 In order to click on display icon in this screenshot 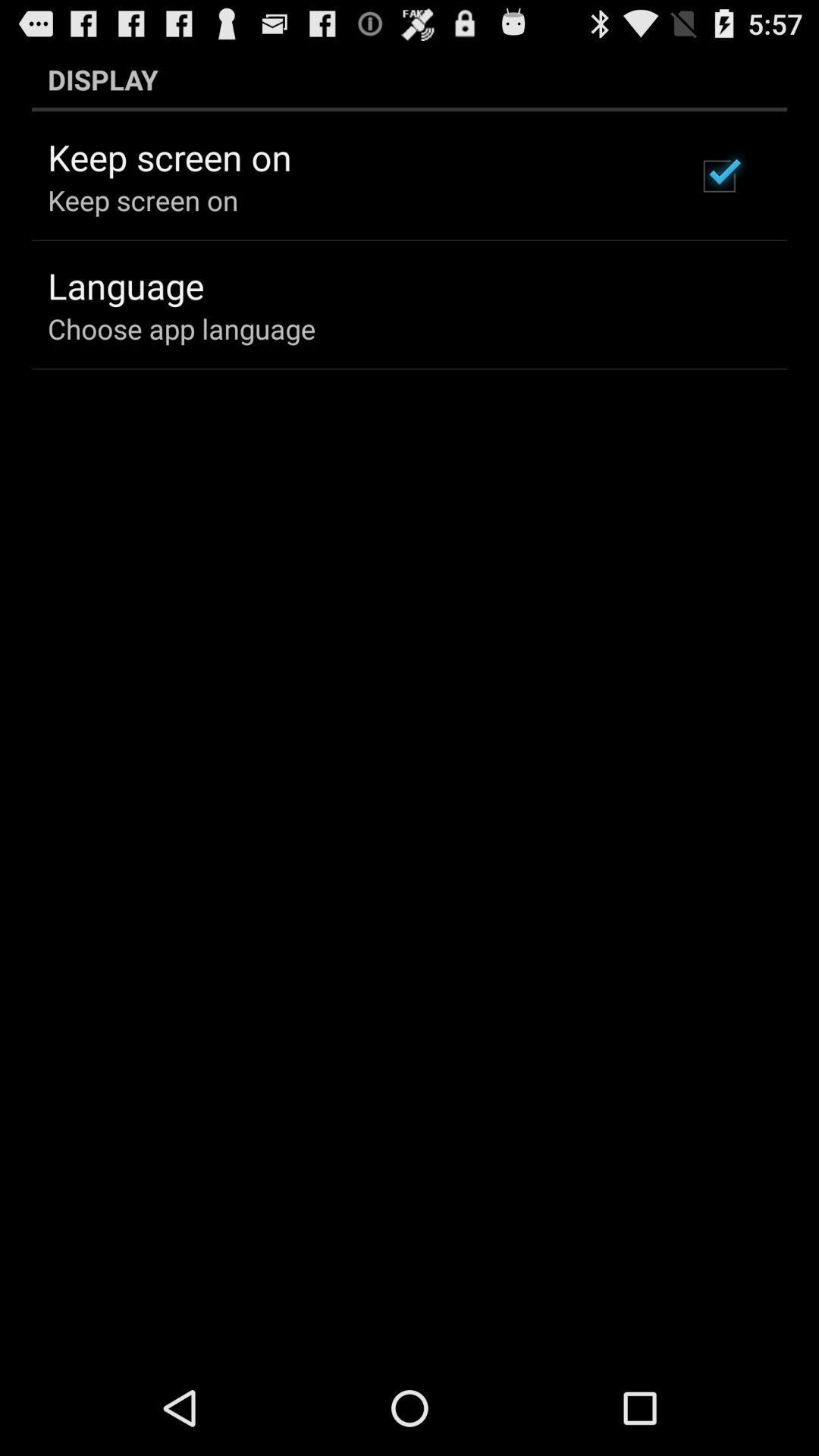, I will do `click(409, 79)`.